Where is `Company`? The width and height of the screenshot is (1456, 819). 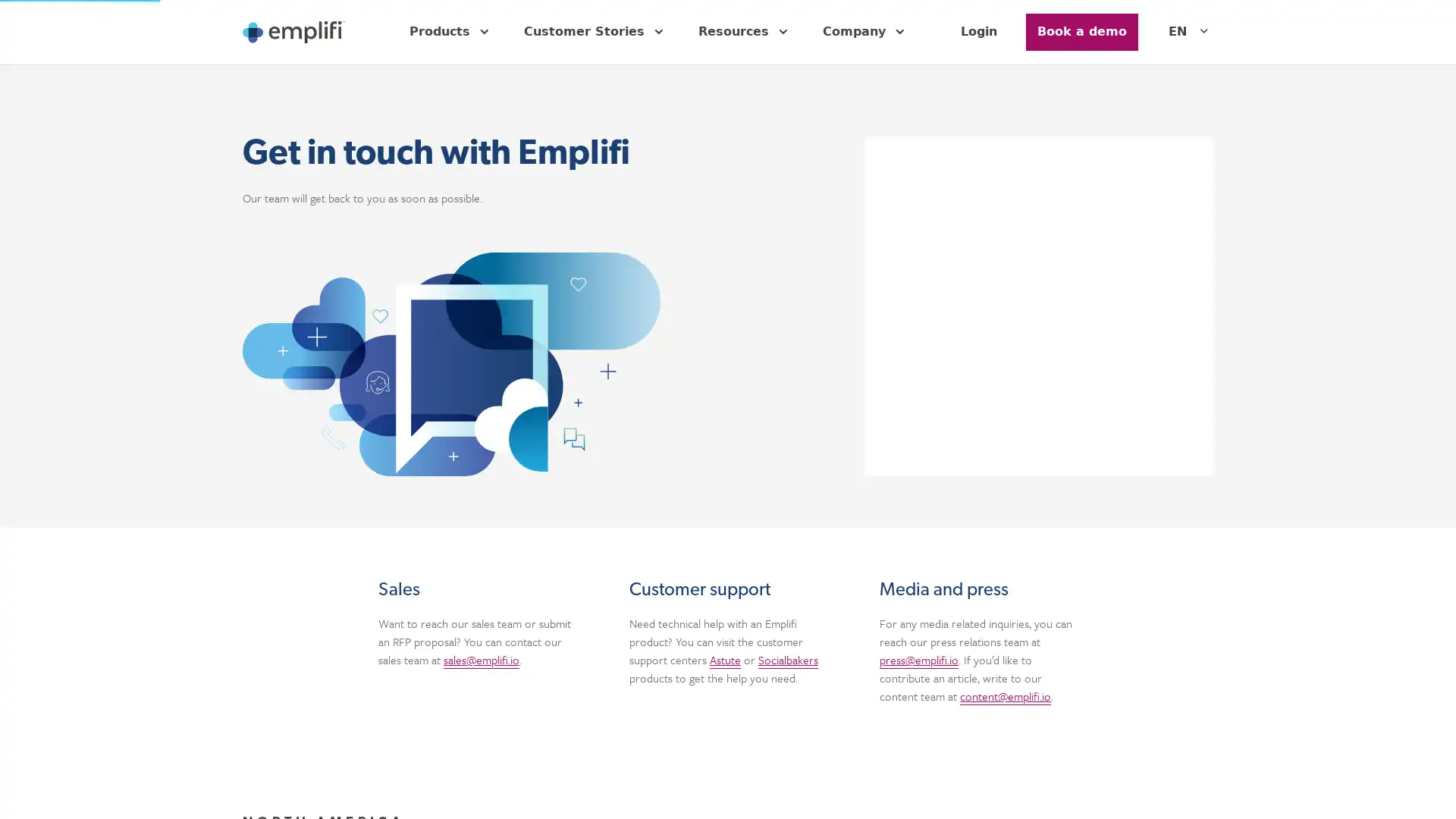 Company is located at coordinates (866, 32).